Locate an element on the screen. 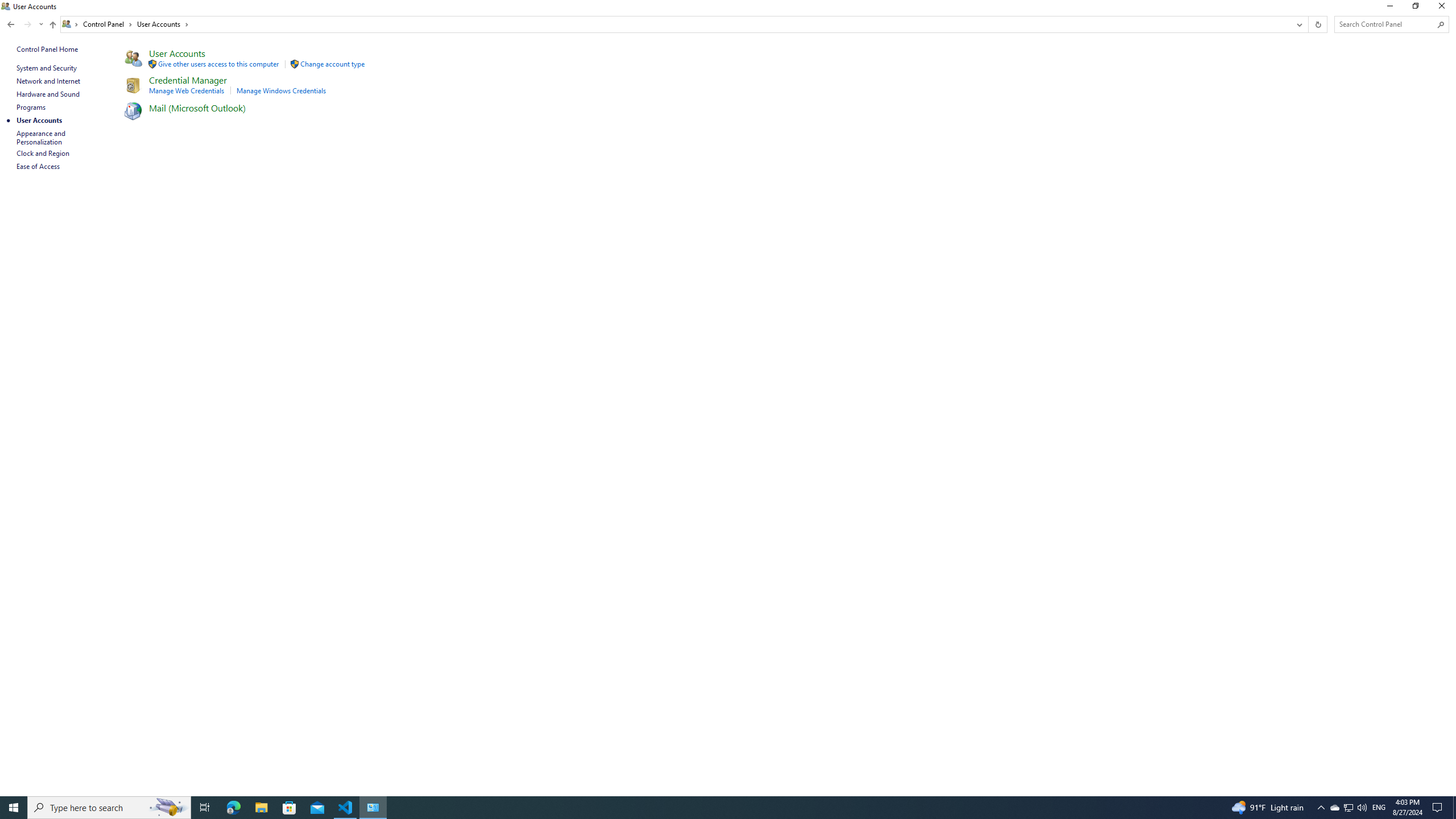 The image size is (1456, 819). 'Restore' is located at coordinates (1414, 9).